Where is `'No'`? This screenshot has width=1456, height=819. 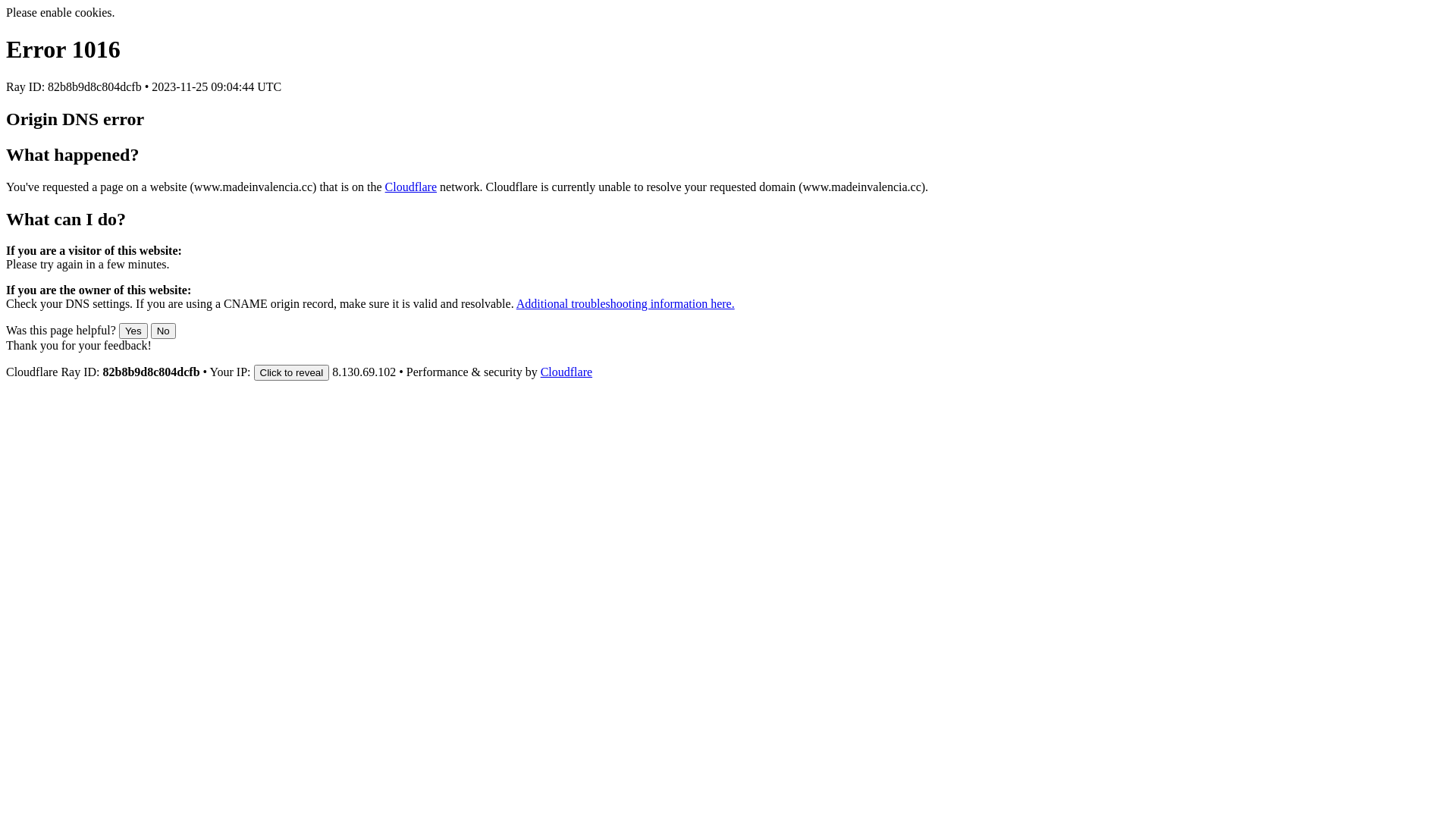 'No' is located at coordinates (163, 330).